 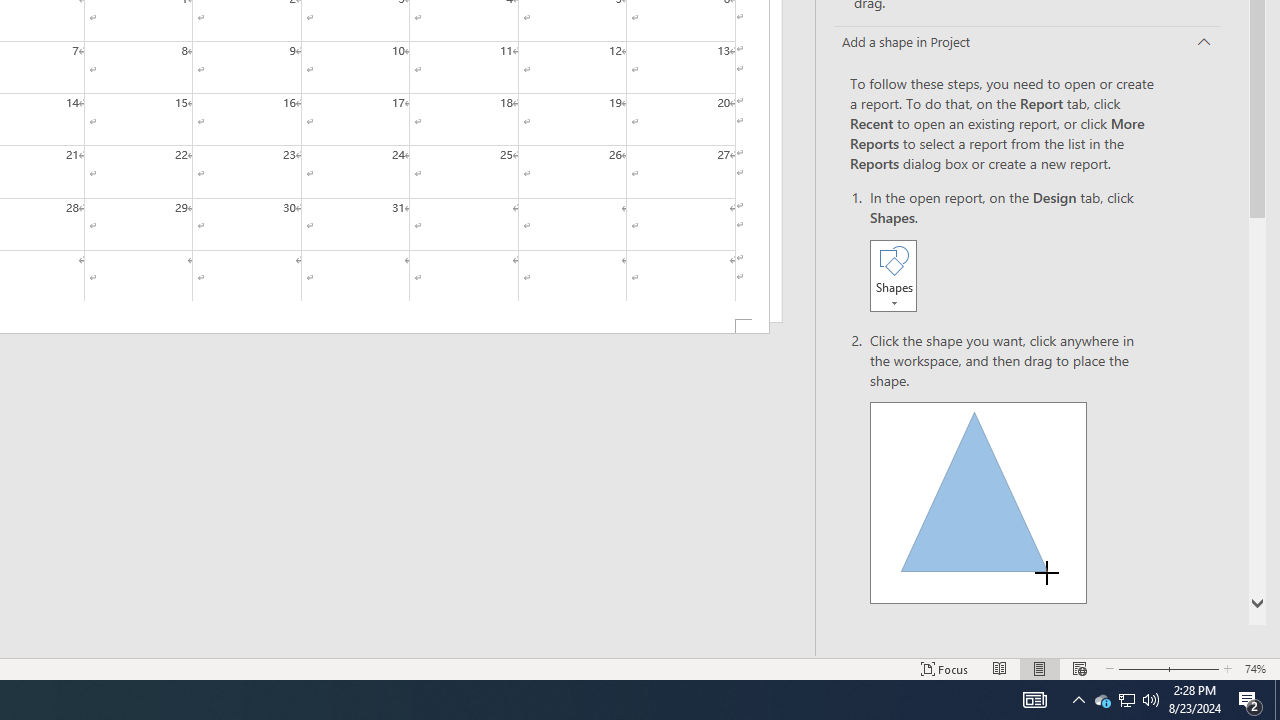 What do you see at coordinates (1027, 43) in the screenshot?
I see `'Add a shape in Project'` at bounding box center [1027, 43].